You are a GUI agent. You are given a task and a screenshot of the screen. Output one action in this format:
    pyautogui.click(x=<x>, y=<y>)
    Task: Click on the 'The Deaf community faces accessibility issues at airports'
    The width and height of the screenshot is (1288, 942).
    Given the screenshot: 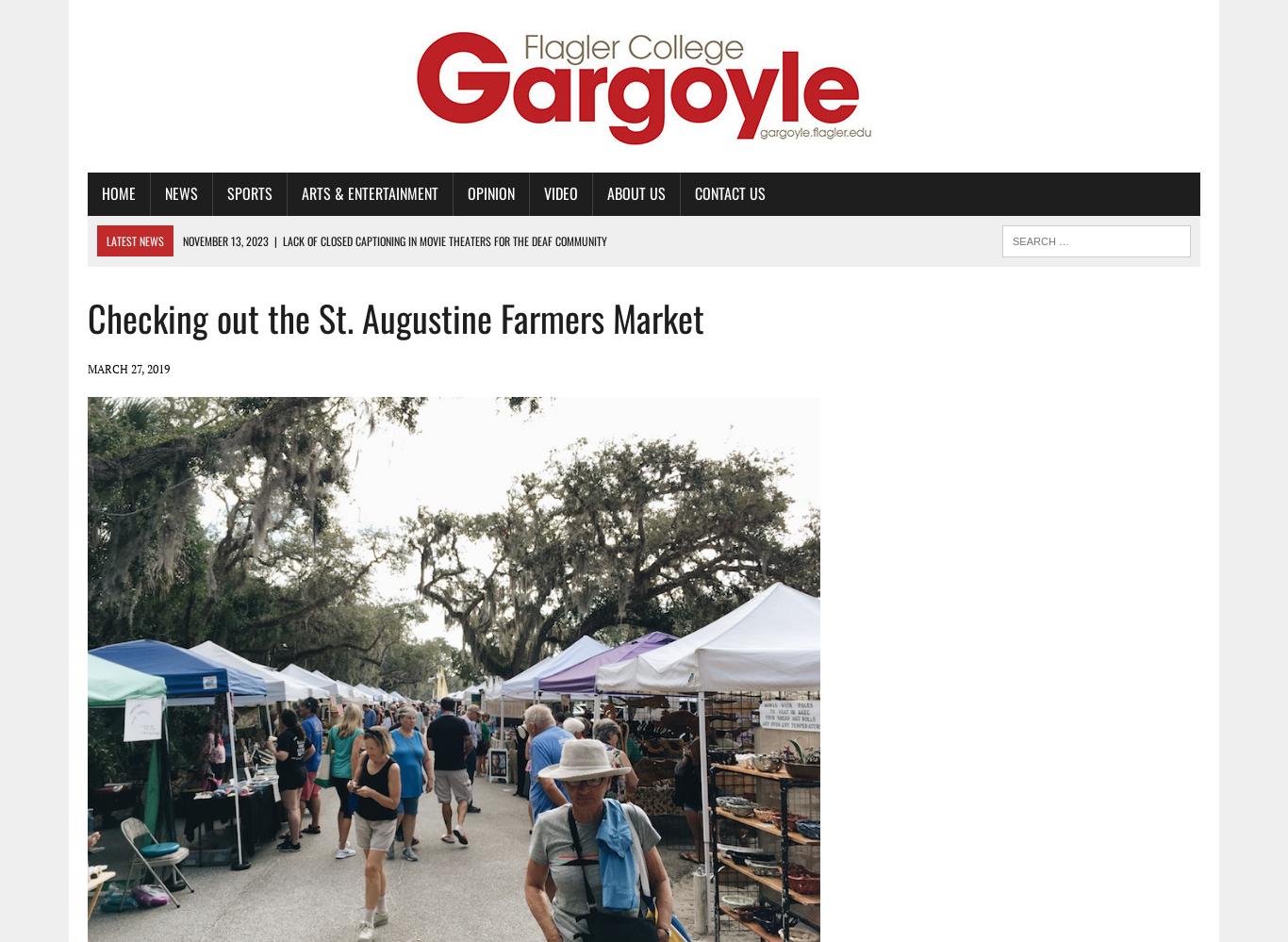 What is the action you would take?
    pyautogui.click(x=345, y=364)
    